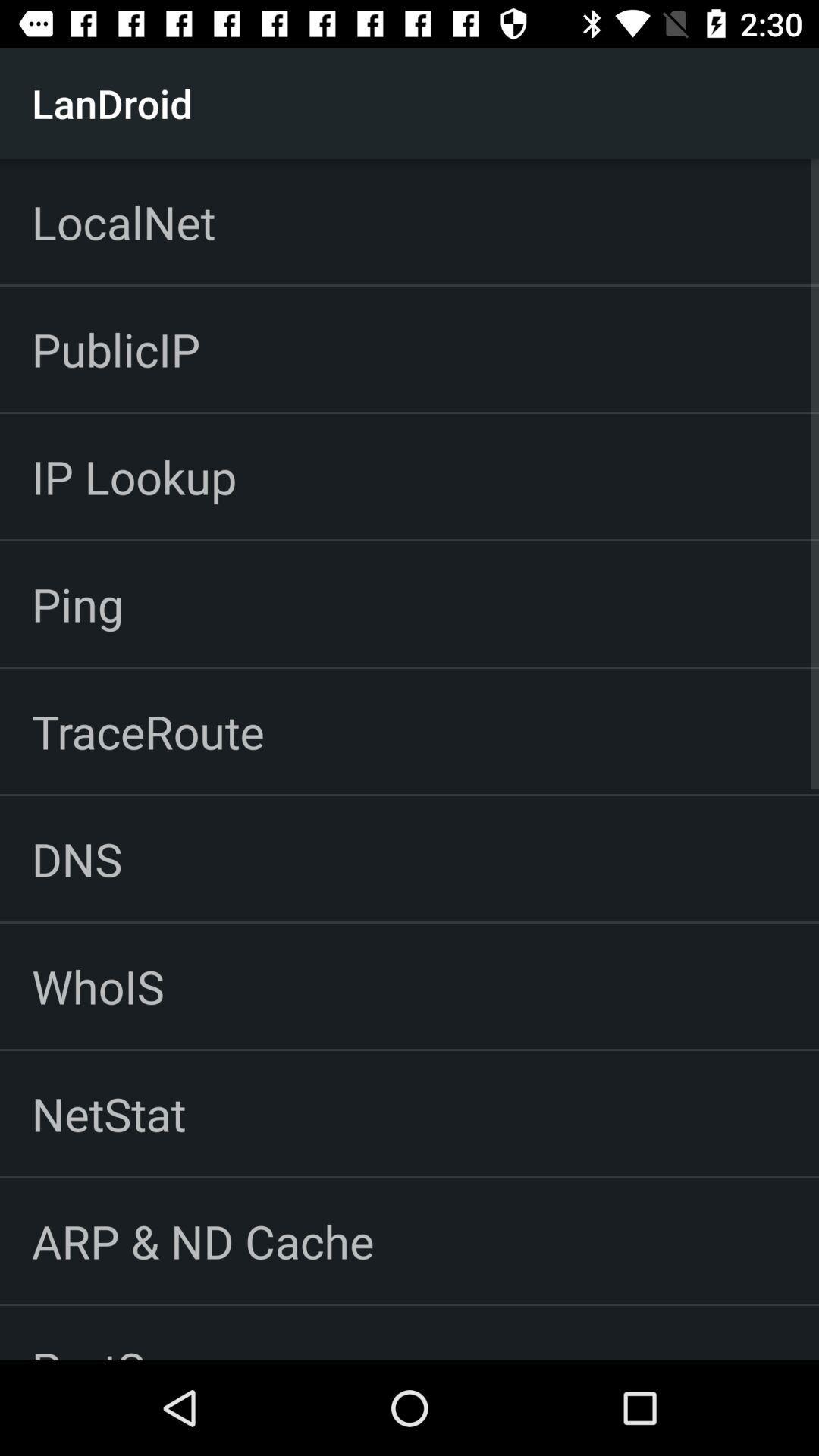 The height and width of the screenshot is (1456, 819). What do you see at coordinates (98, 986) in the screenshot?
I see `whois item` at bounding box center [98, 986].